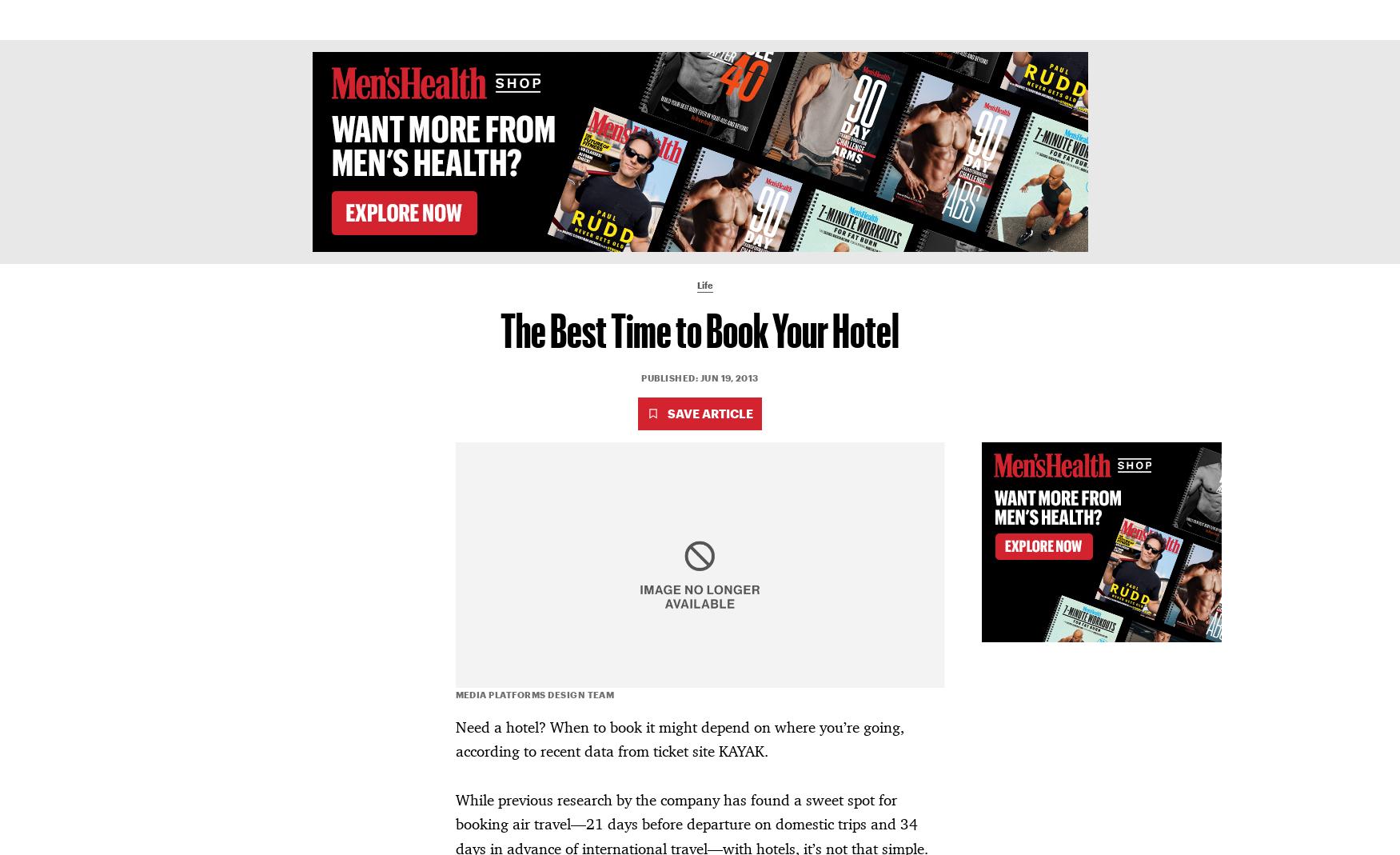  Describe the element at coordinates (311, 705) in the screenshot. I see `'Were You Influenced By These Viral Products?'` at that location.